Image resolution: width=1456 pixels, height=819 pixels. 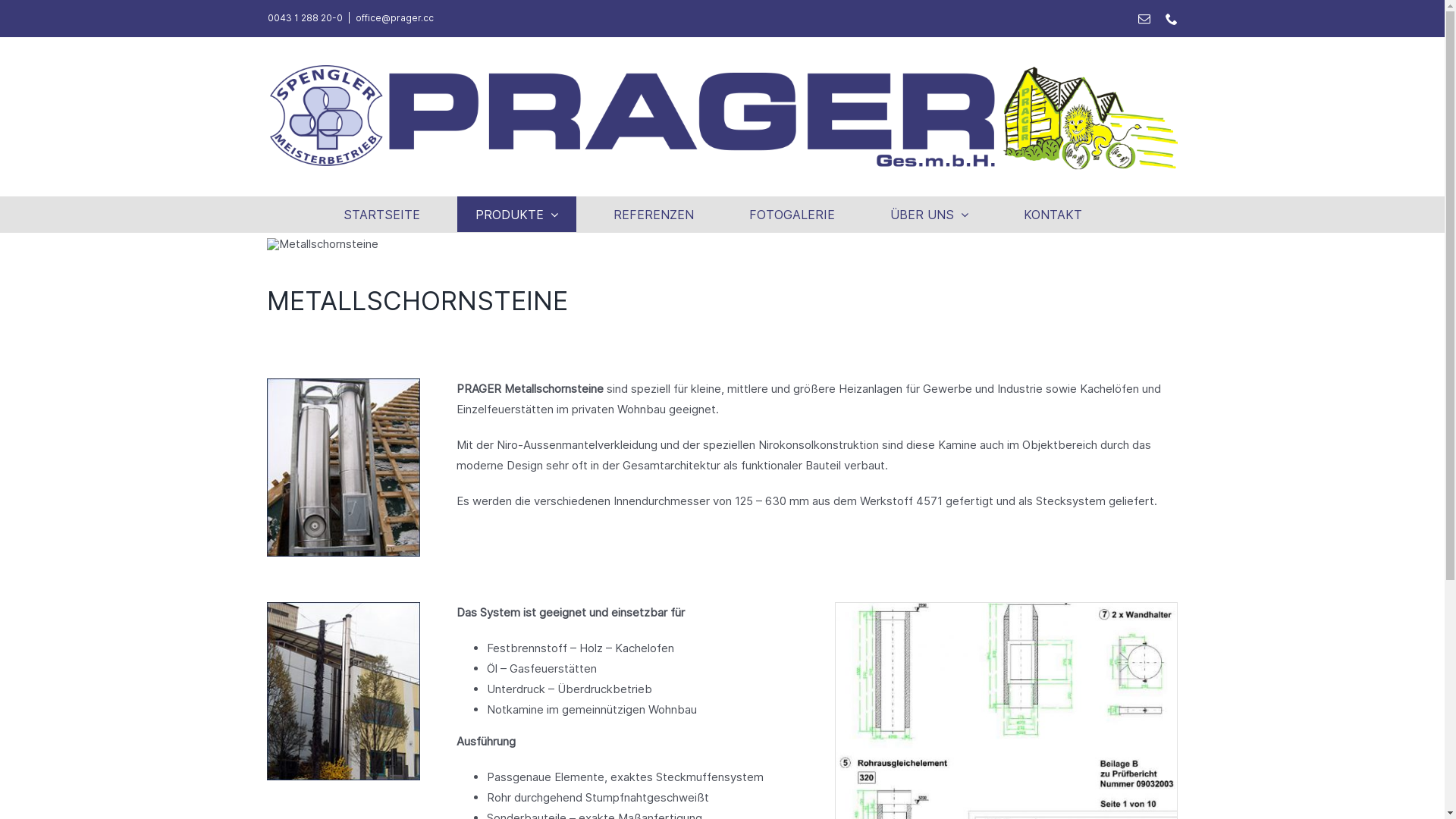 What do you see at coordinates (322, 243) in the screenshot?
I see `'Metallschornsteine'` at bounding box center [322, 243].